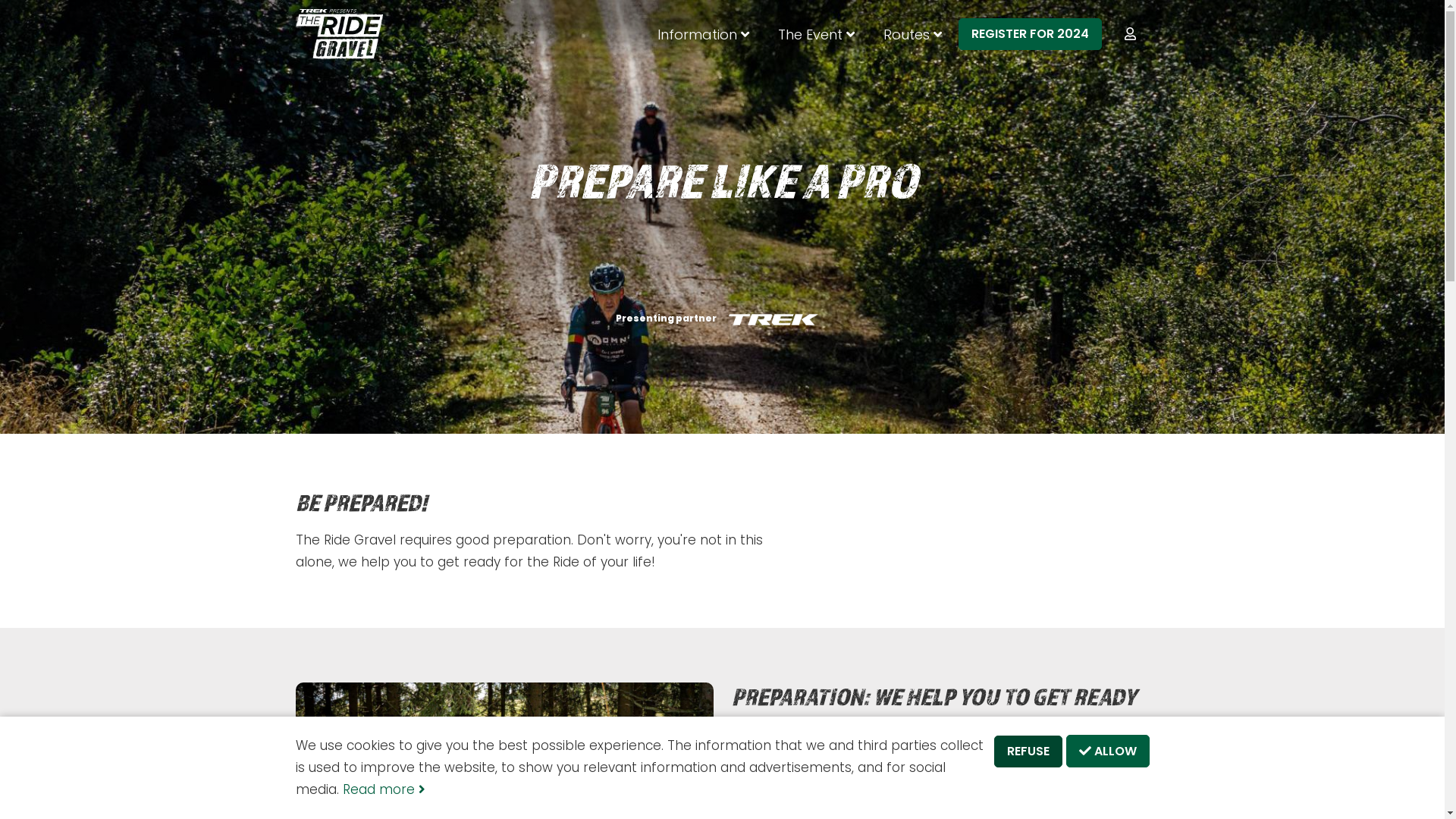 This screenshot has width=1456, height=819. What do you see at coordinates (993, 752) in the screenshot?
I see `'REFUSE'` at bounding box center [993, 752].